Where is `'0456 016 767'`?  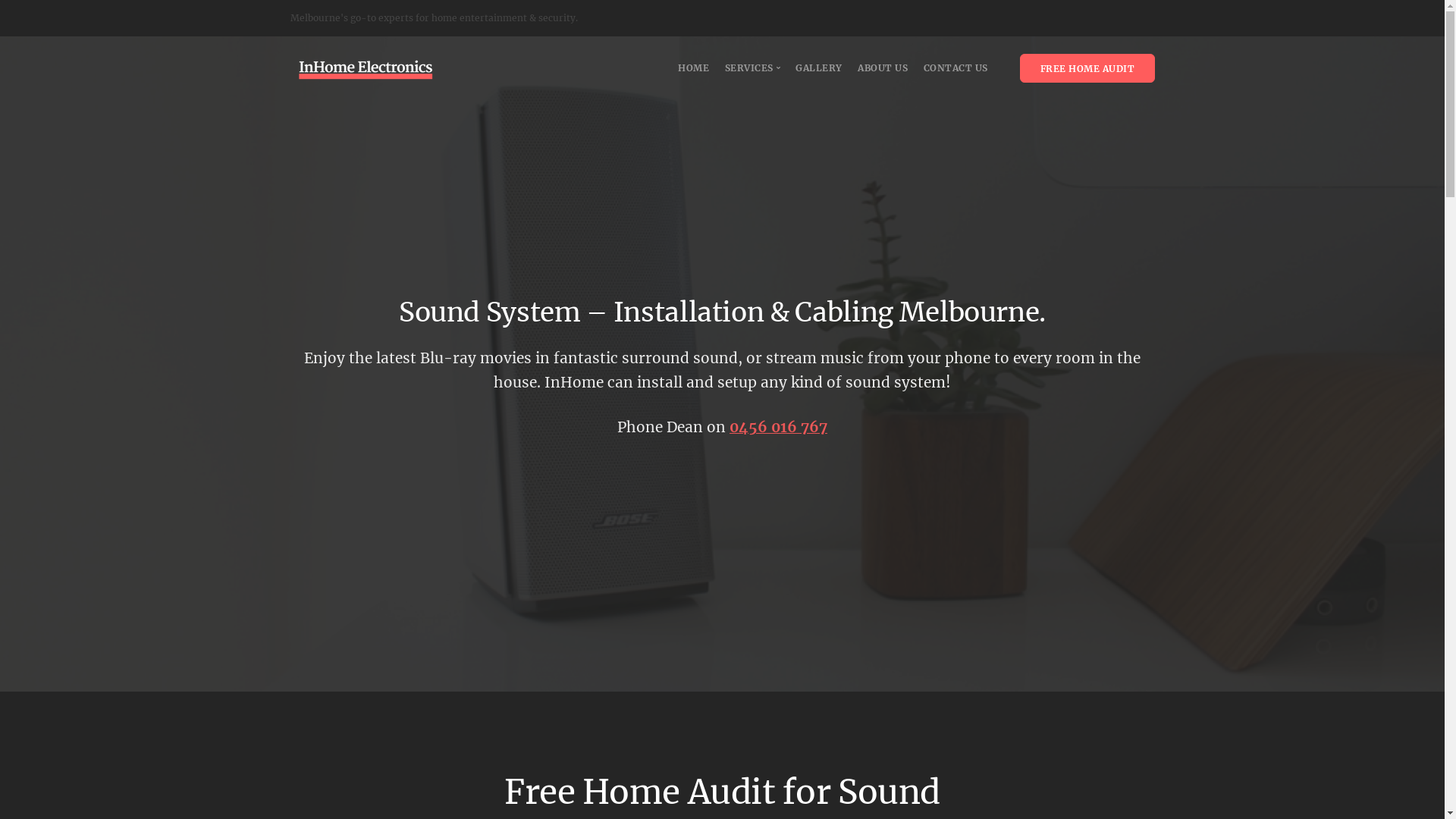 '0456 016 767' is located at coordinates (778, 427).